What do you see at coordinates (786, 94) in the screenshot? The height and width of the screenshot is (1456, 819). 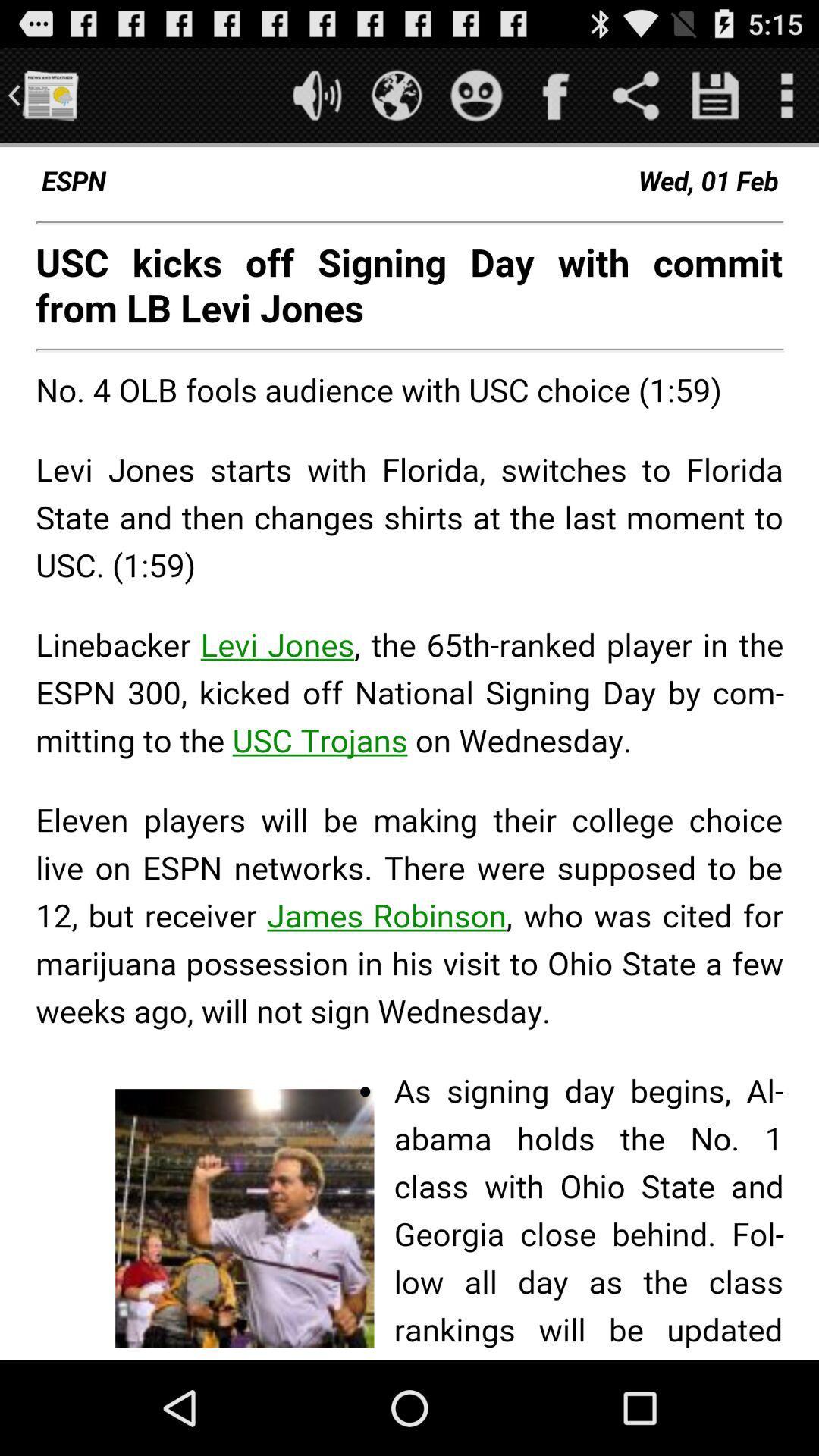 I see `open menu` at bounding box center [786, 94].